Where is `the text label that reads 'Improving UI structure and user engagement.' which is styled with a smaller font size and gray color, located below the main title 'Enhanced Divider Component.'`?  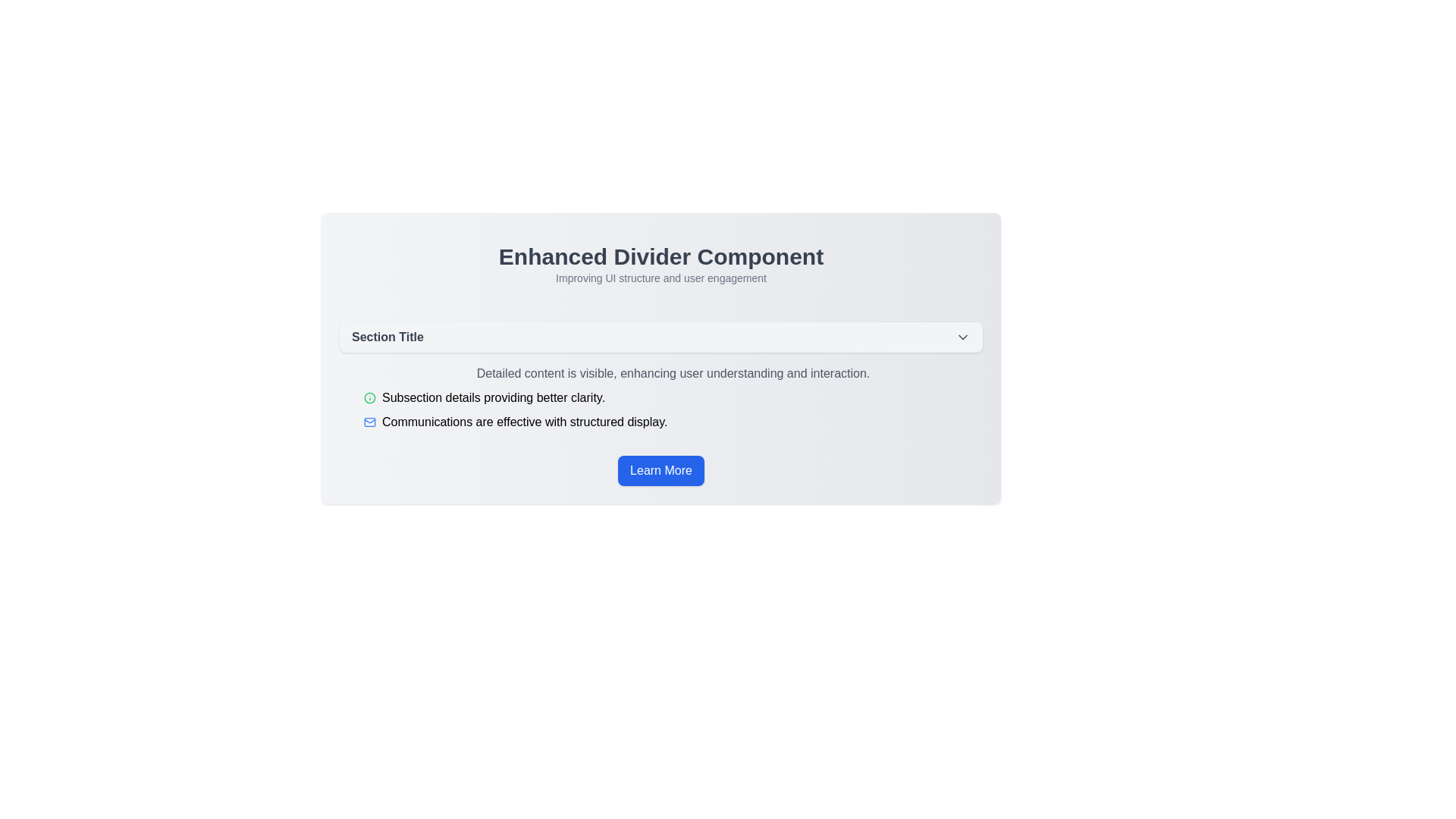 the text label that reads 'Improving UI structure and user engagement.' which is styled with a smaller font size and gray color, located below the main title 'Enhanced Divider Component.' is located at coordinates (661, 278).